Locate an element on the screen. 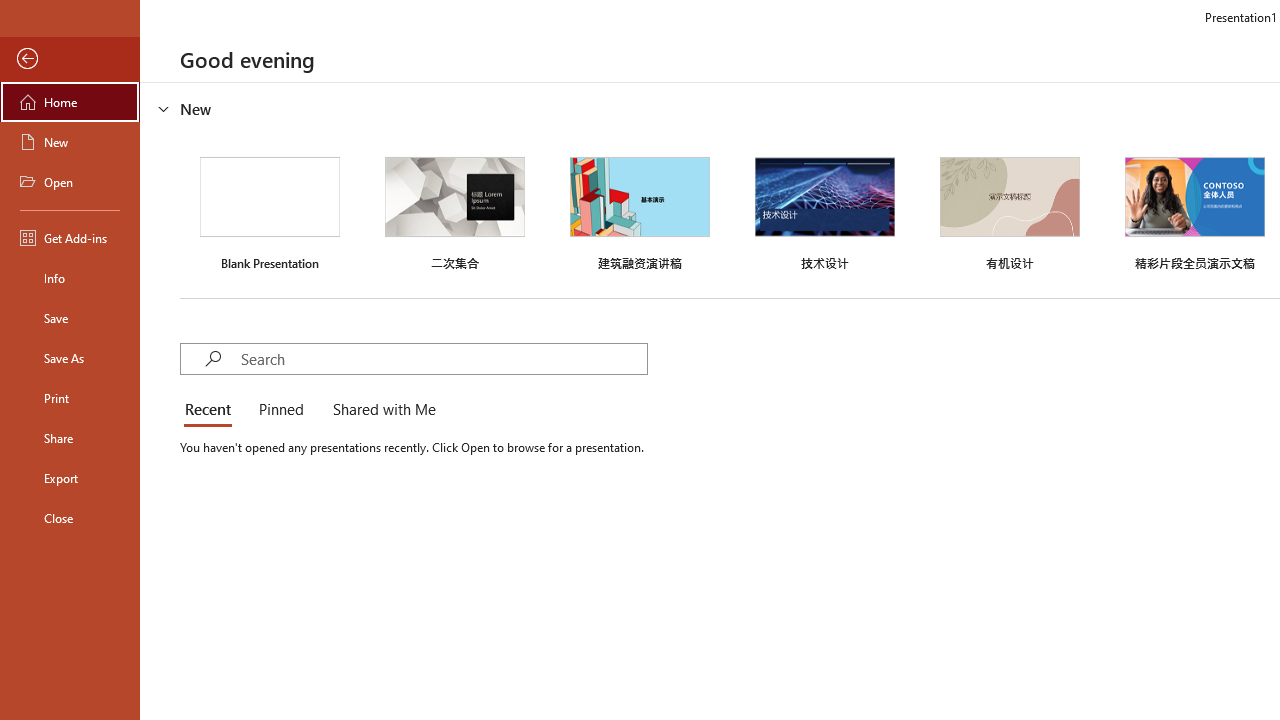  'Info' is located at coordinates (69, 277).